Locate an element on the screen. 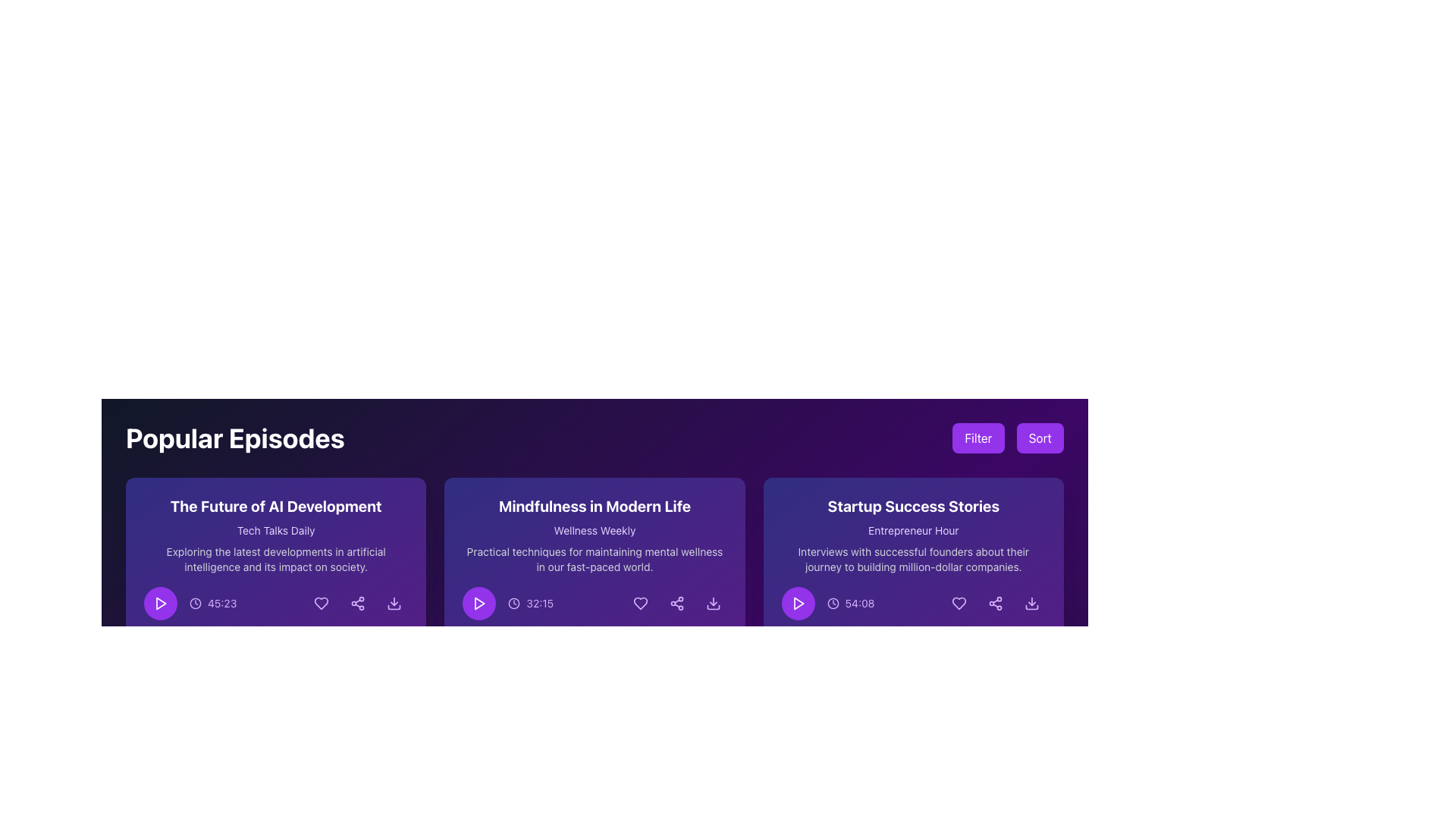 The height and width of the screenshot is (819, 1456). the triangular-shaped play icon button, which is surrounded by a prominent purple circular button, located in the bottom-left corner of the episode card titled 'The Future of AI Development.' is located at coordinates (160, 602).